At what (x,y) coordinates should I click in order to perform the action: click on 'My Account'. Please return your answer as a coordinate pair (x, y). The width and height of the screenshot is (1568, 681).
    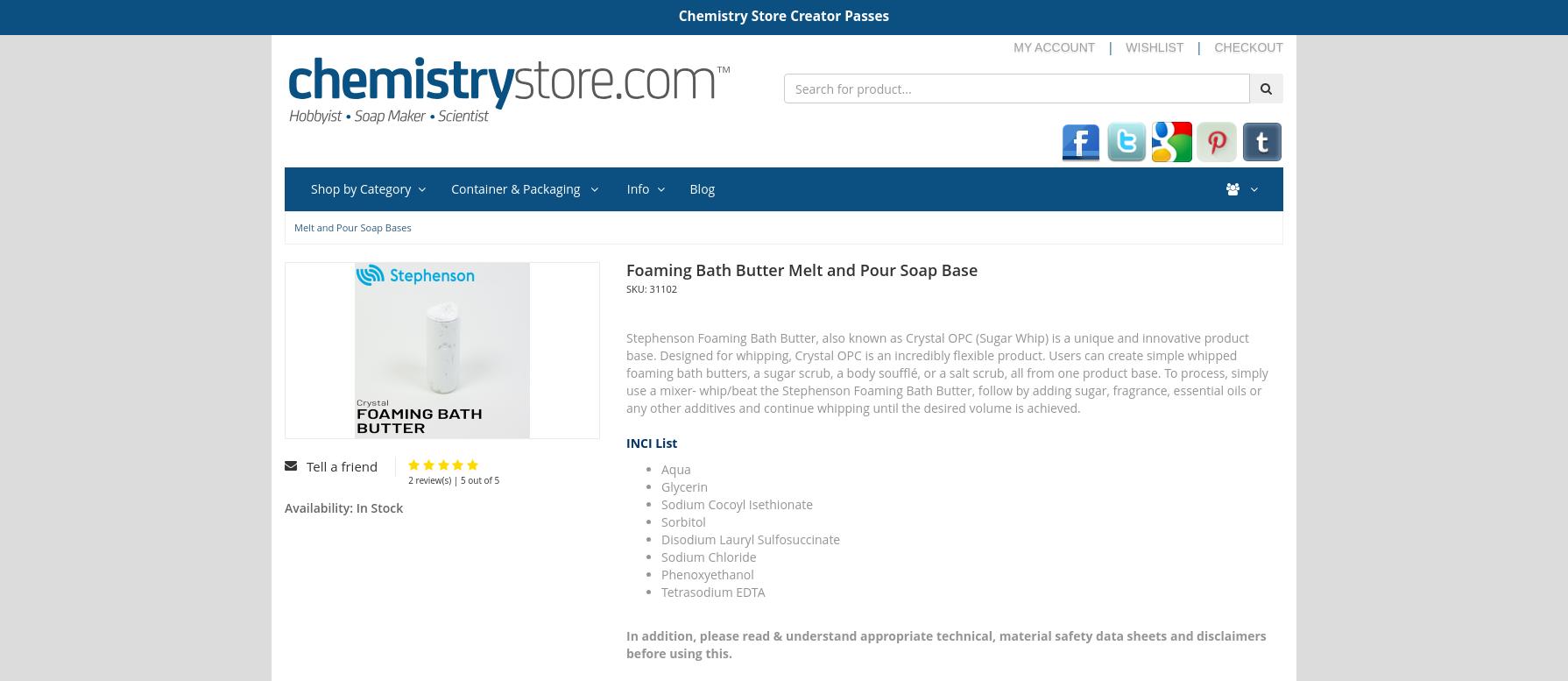
    Looking at the image, I should click on (1054, 47).